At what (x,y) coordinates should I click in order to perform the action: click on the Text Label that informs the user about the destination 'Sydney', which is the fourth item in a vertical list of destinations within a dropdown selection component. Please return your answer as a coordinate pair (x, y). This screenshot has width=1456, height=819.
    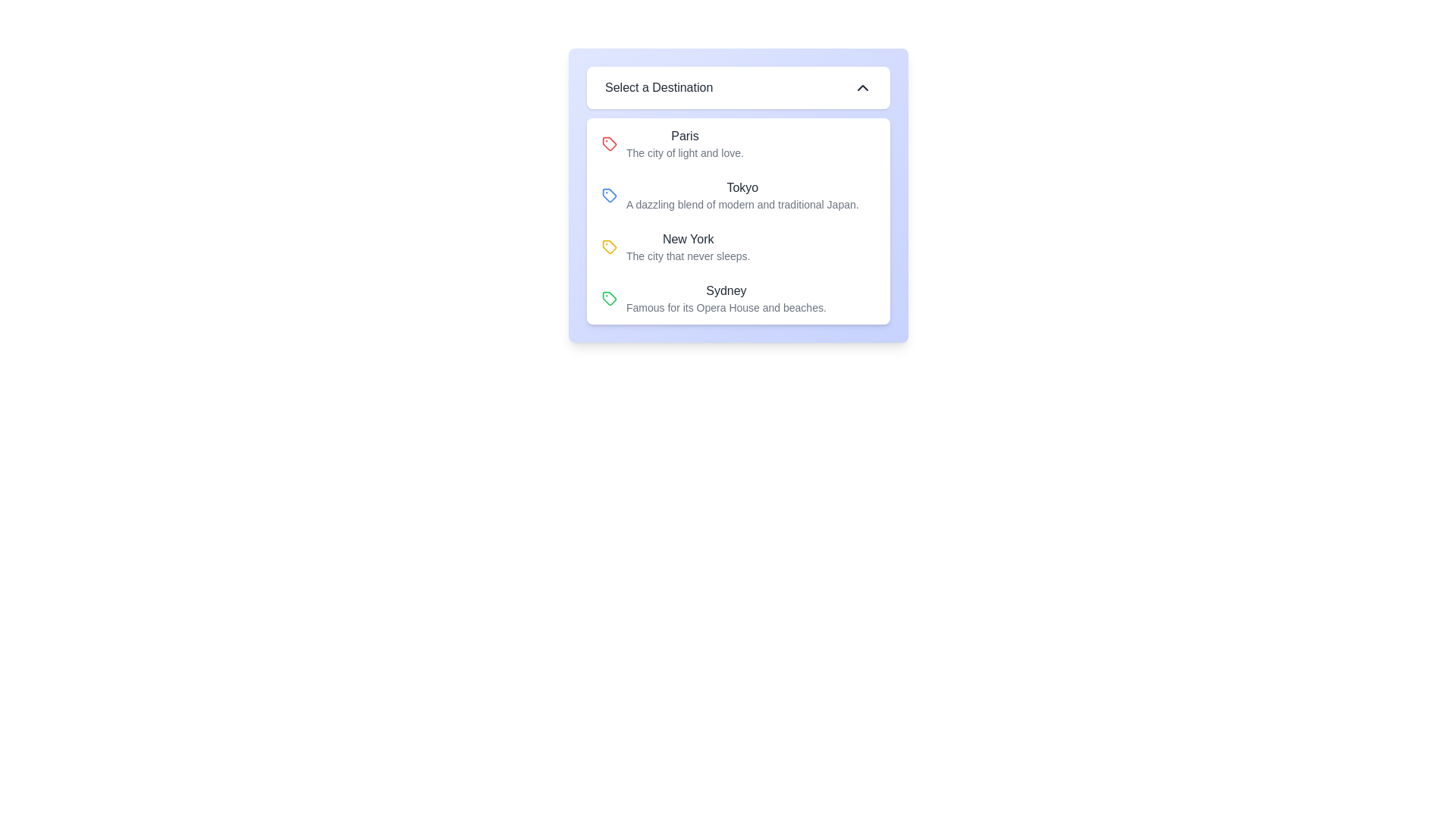
    Looking at the image, I should click on (725, 298).